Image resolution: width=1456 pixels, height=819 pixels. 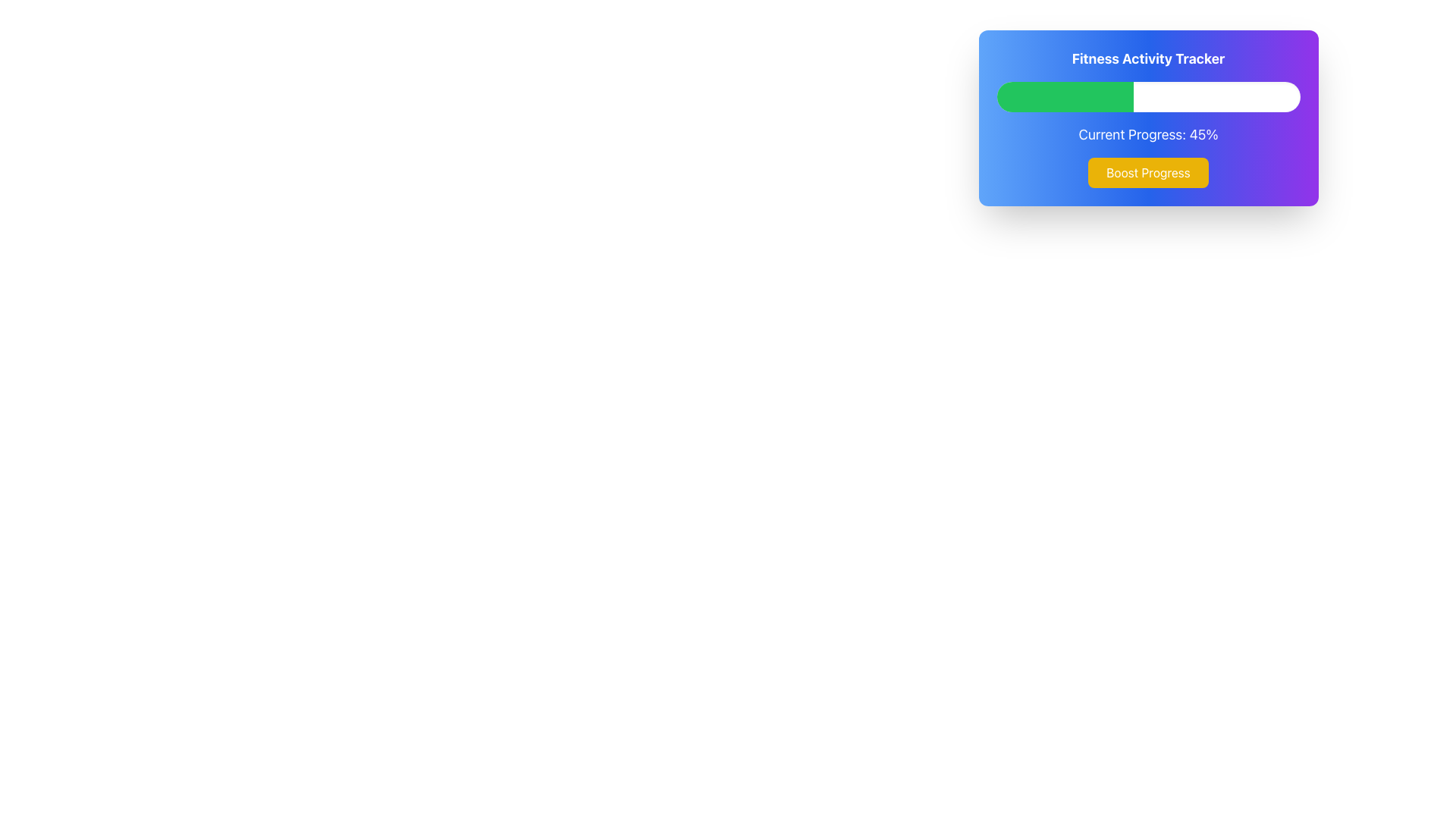 What do you see at coordinates (1148, 133) in the screenshot?
I see `the text display that shows the current progress percentage, which is located below the progress bar and above the 'Boost Progress' section in the upper-right card of the interface` at bounding box center [1148, 133].